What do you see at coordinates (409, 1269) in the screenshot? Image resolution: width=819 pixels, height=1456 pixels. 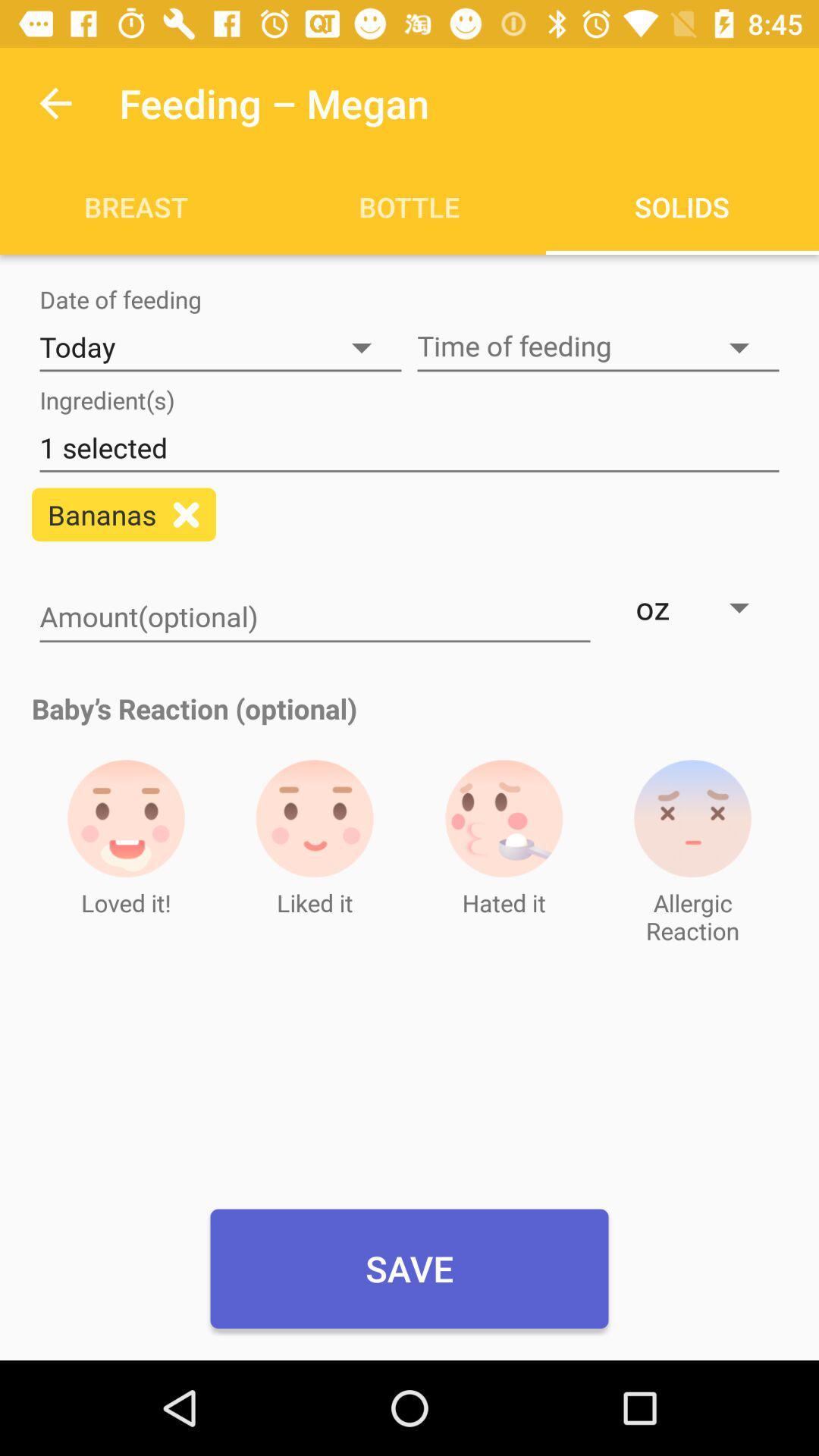 I see `item below liked it` at bounding box center [409, 1269].